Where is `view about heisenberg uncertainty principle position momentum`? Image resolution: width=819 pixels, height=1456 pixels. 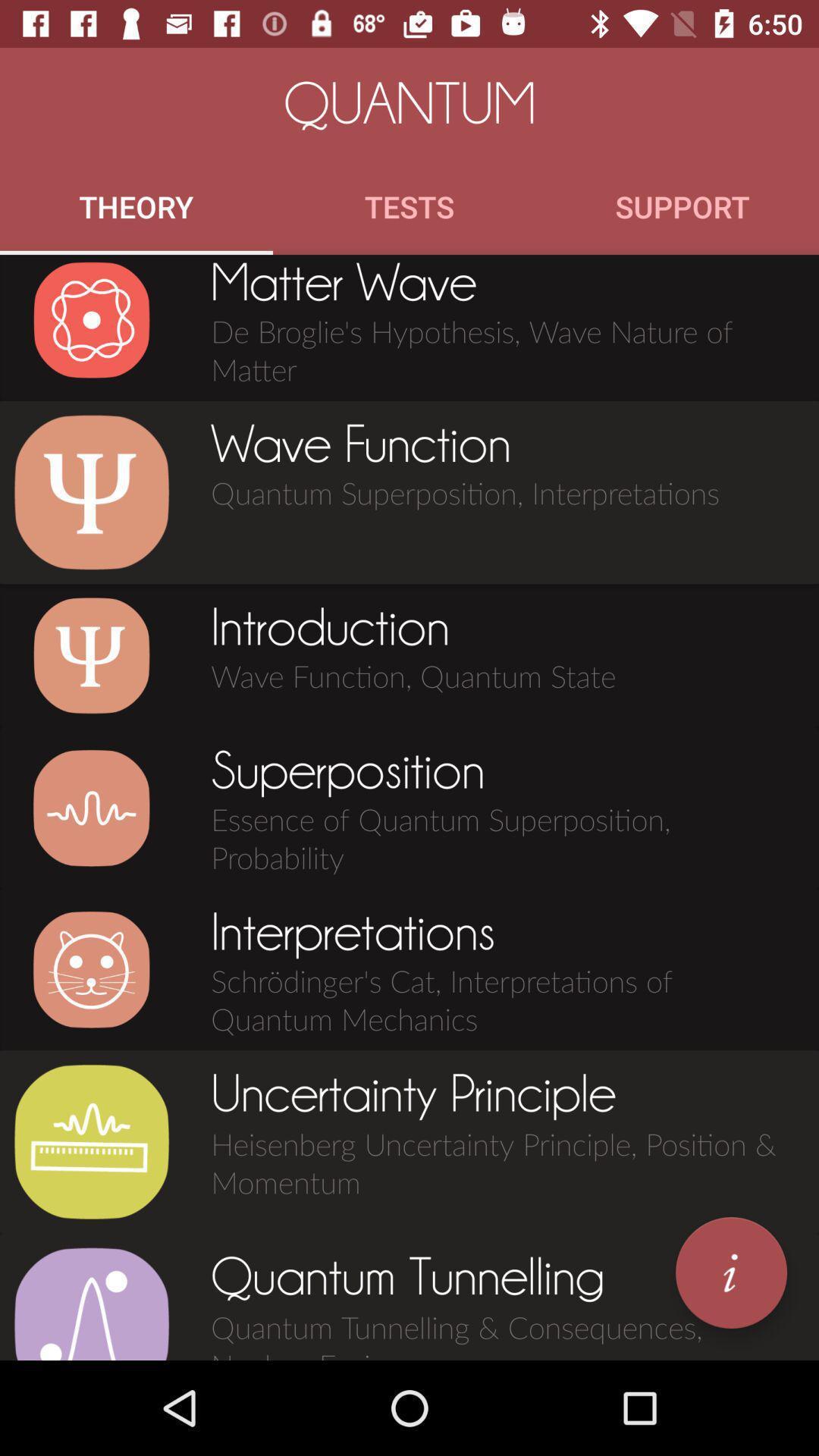 view about heisenberg uncertainty principle position momentum is located at coordinates (91, 1142).